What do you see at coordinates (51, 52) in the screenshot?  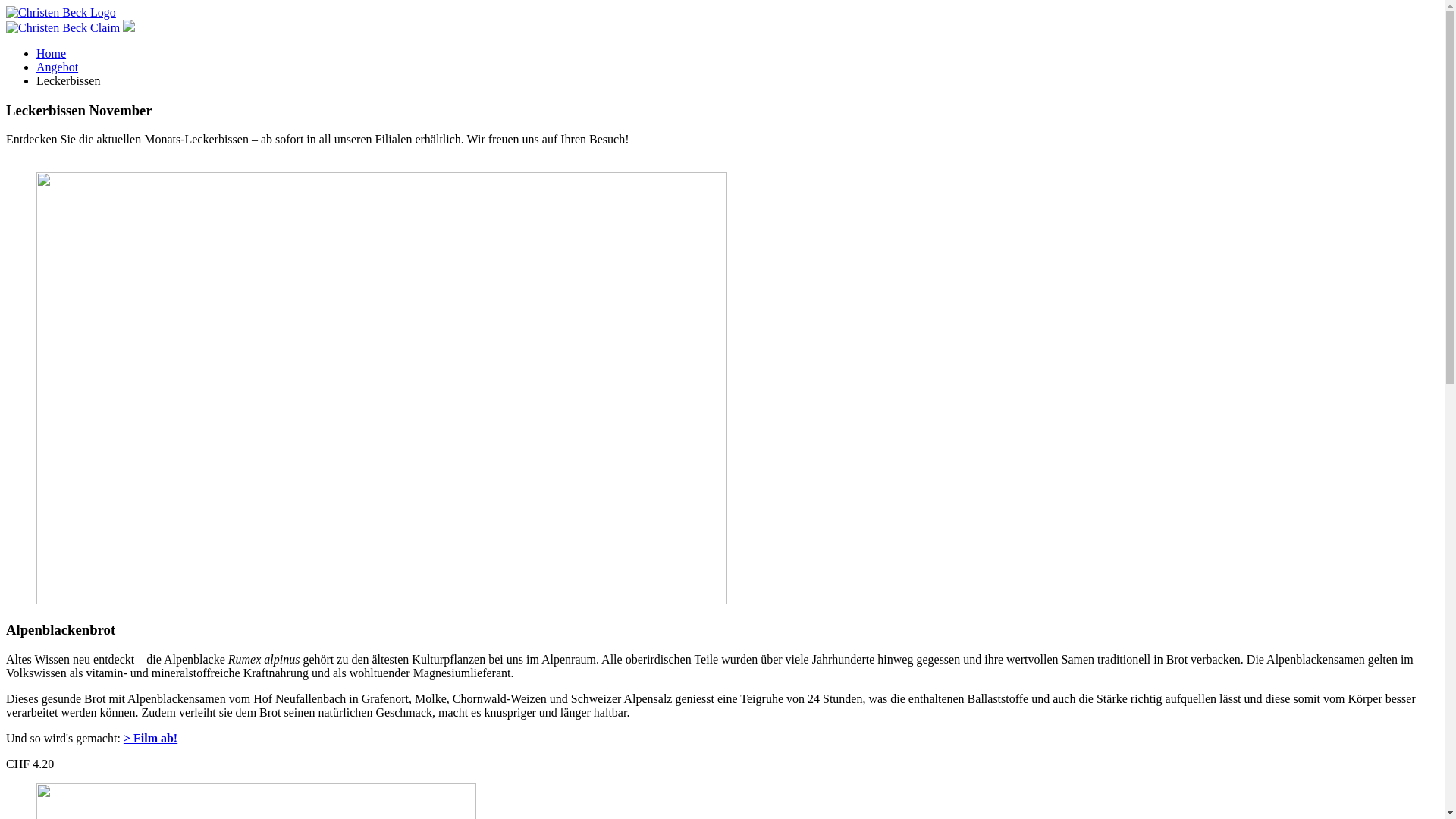 I see `'Home'` at bounding box center [51, 52].